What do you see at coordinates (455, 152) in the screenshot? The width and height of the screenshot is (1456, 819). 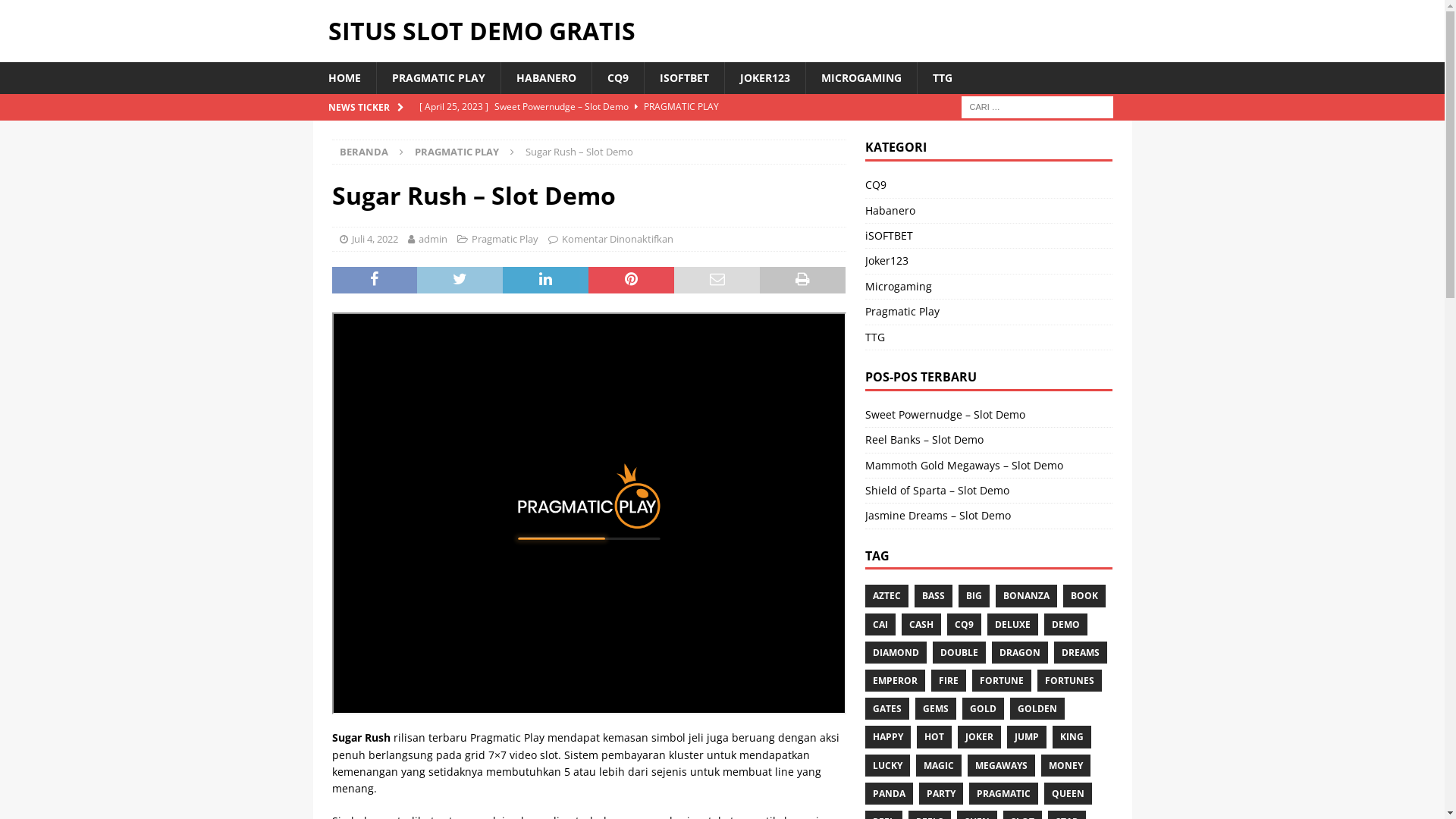 I see `'PRAGMATIC PLAY'` at bounding box center [455, 152].